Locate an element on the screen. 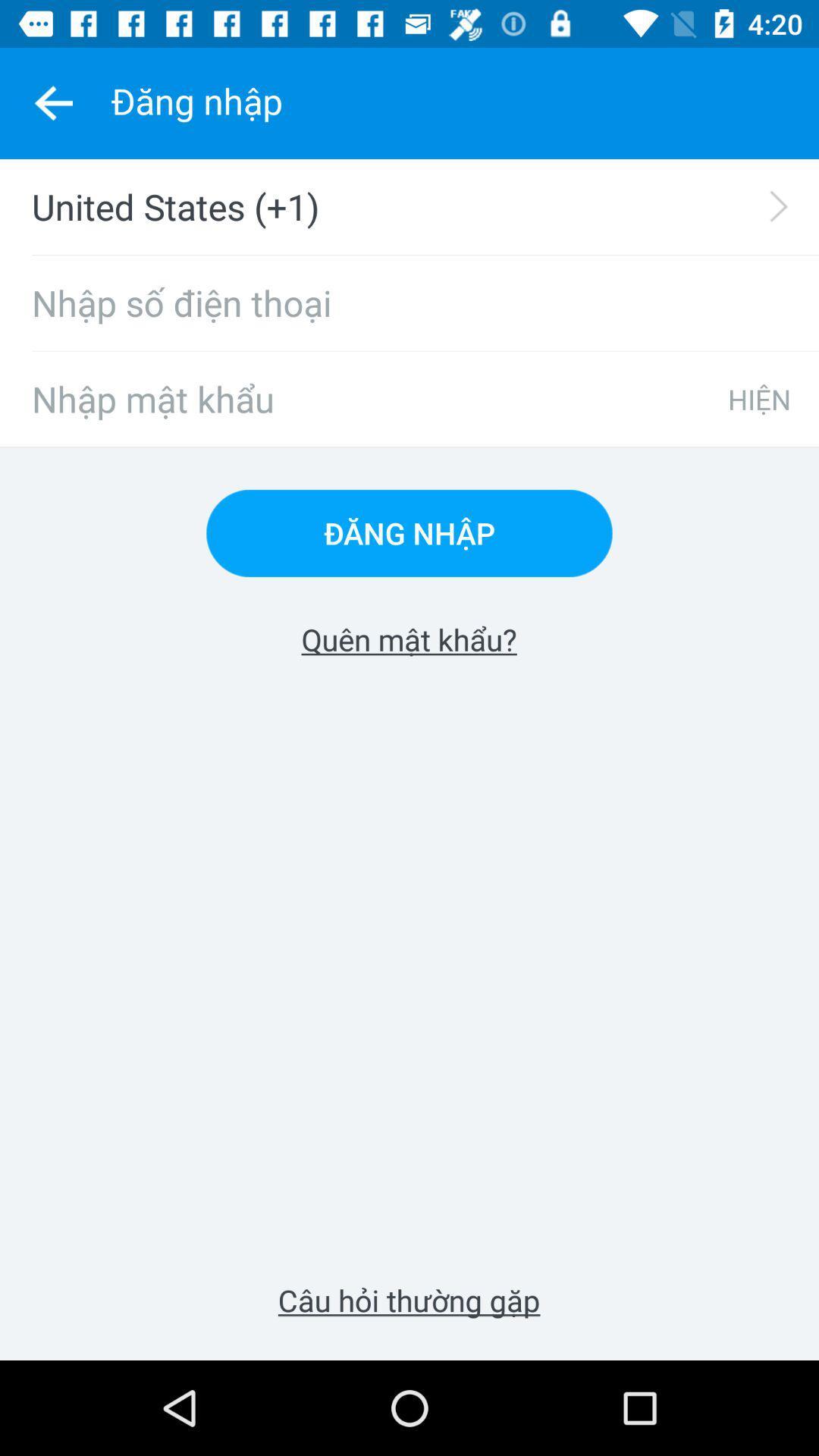 This screenshot has width=819, height=1456. item above the united states (+1) icon is located at coordinates (52, 102).